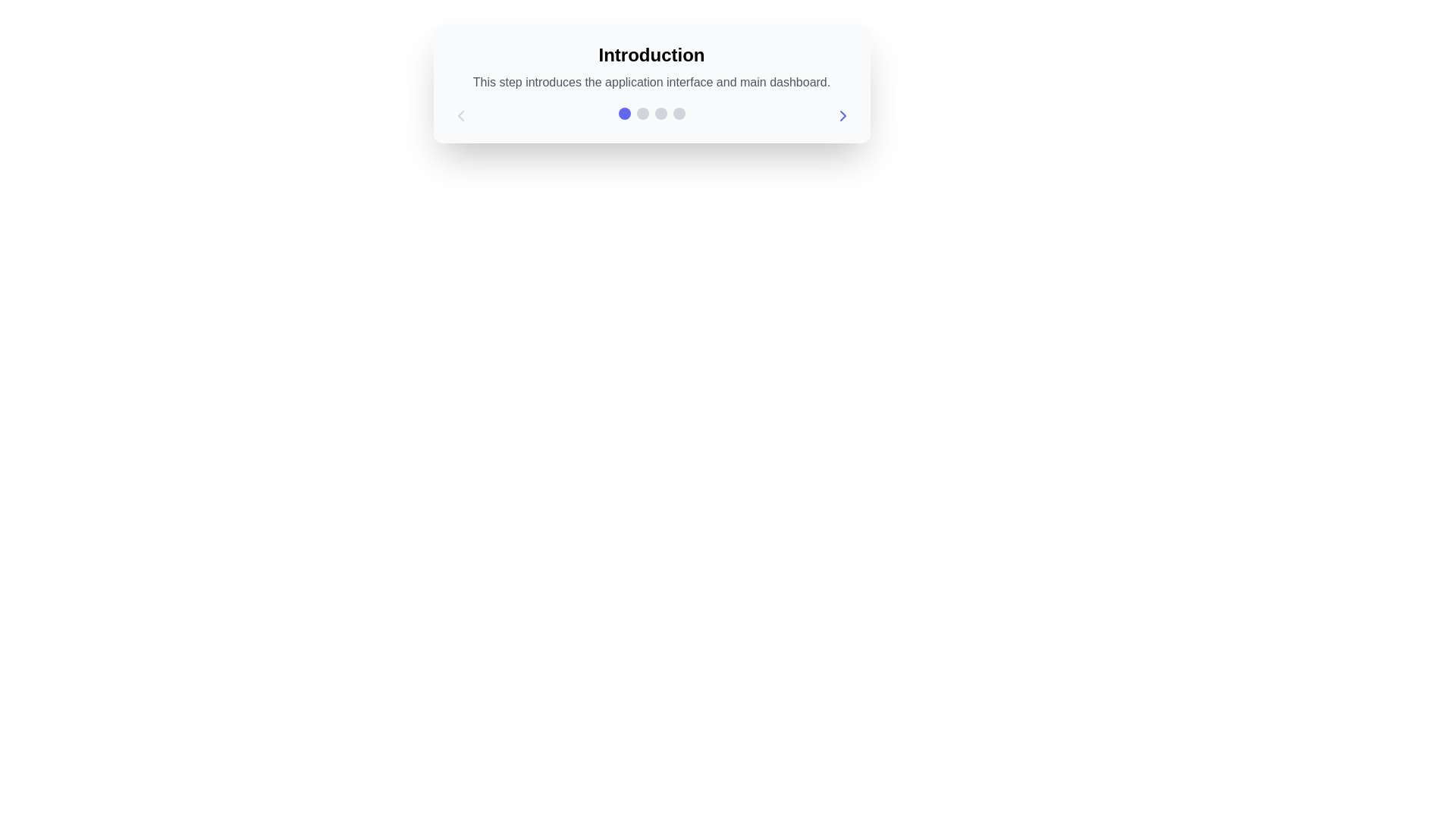  Describe the element at coordinates (678, 113) in the screenshot. I see `the fourth and last Progress Indicator Dot located at the bottom of the 'Introduction' card` at that location.